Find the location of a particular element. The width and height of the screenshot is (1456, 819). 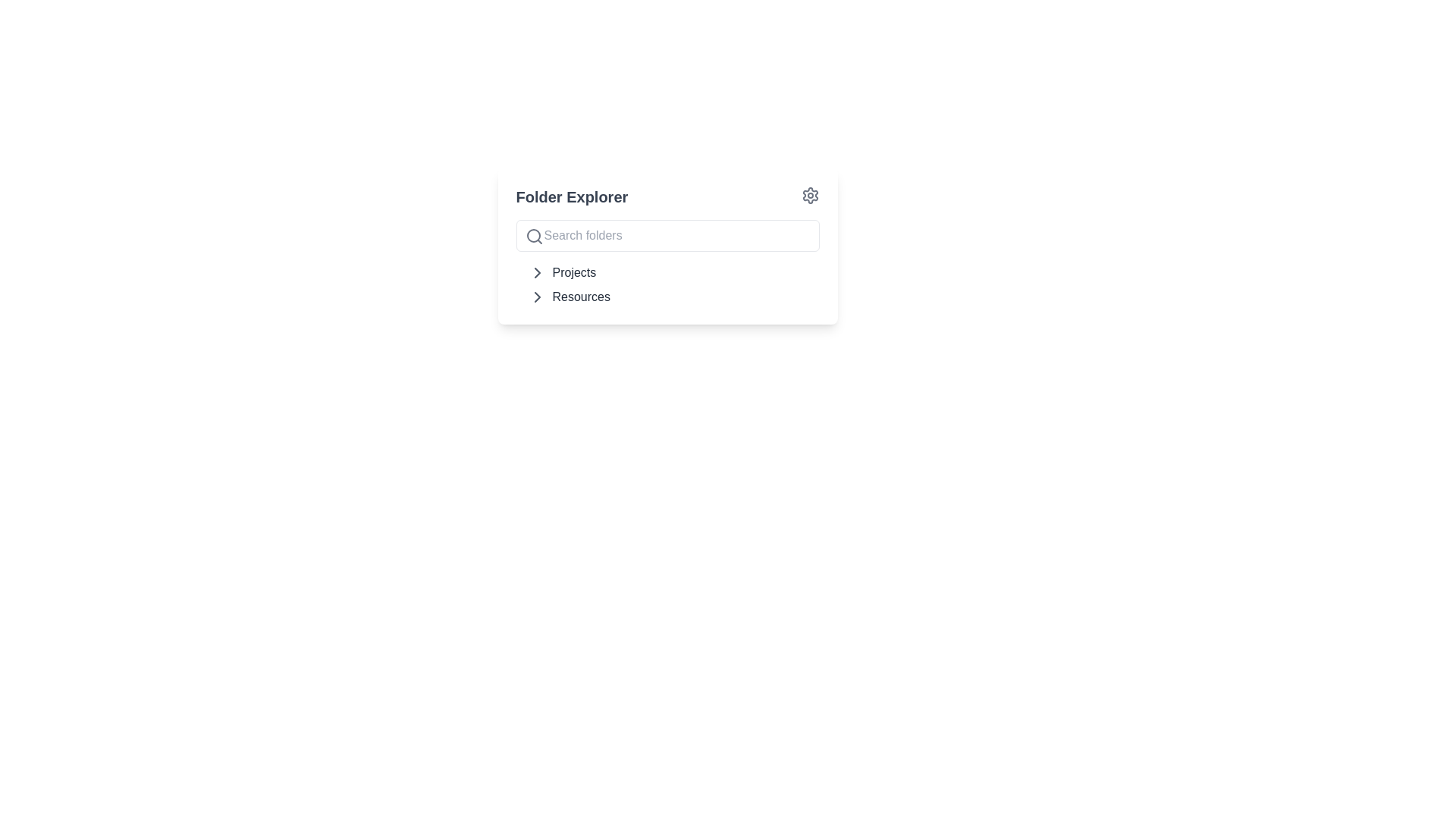

the gear/settings icon located at the top-right corner of the 'Folder Explorer' card, which allows users is located at coordinates (809, 195).